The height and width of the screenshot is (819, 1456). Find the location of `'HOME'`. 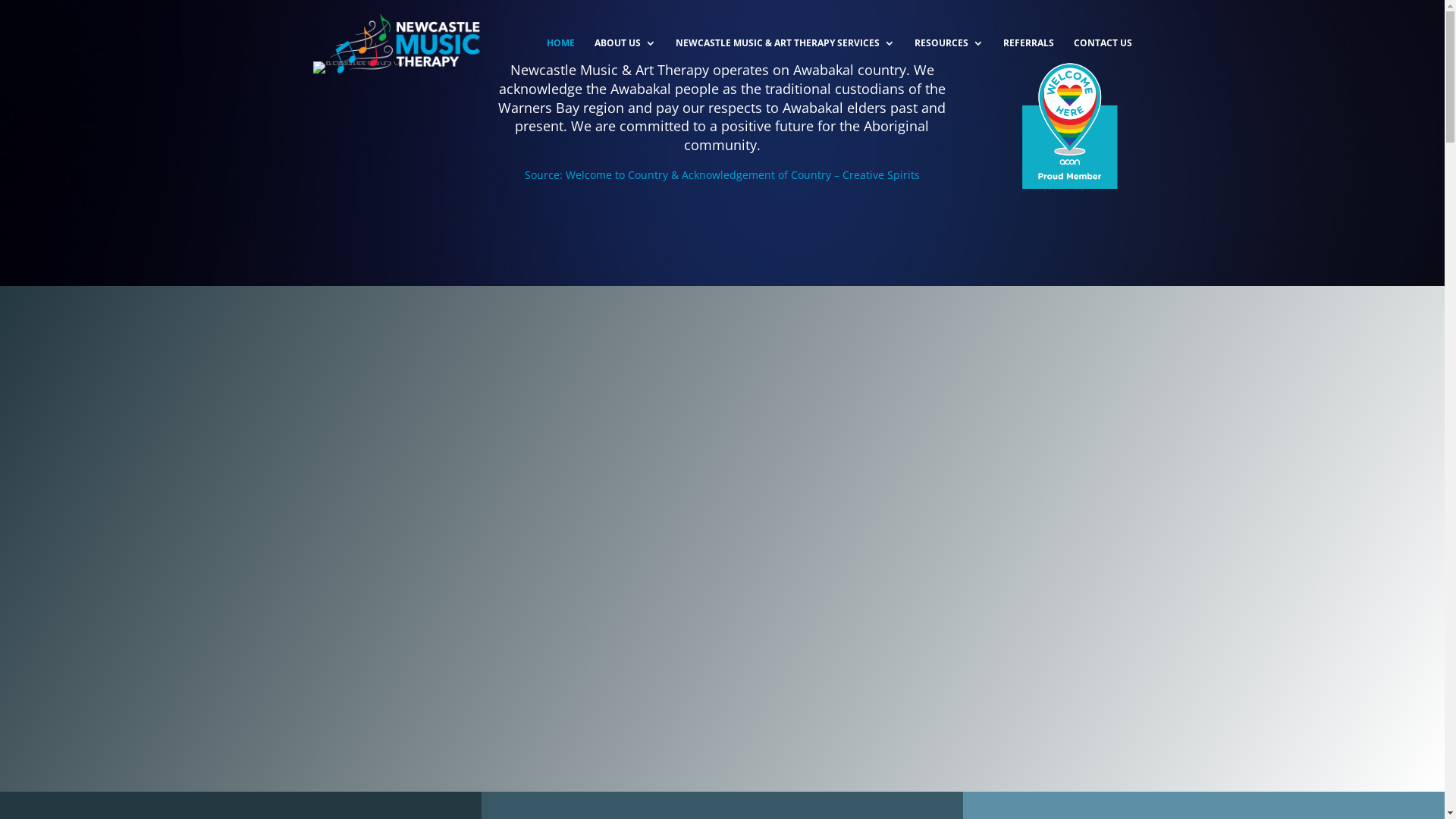

'HOME' is located at coordinates (559, 61).